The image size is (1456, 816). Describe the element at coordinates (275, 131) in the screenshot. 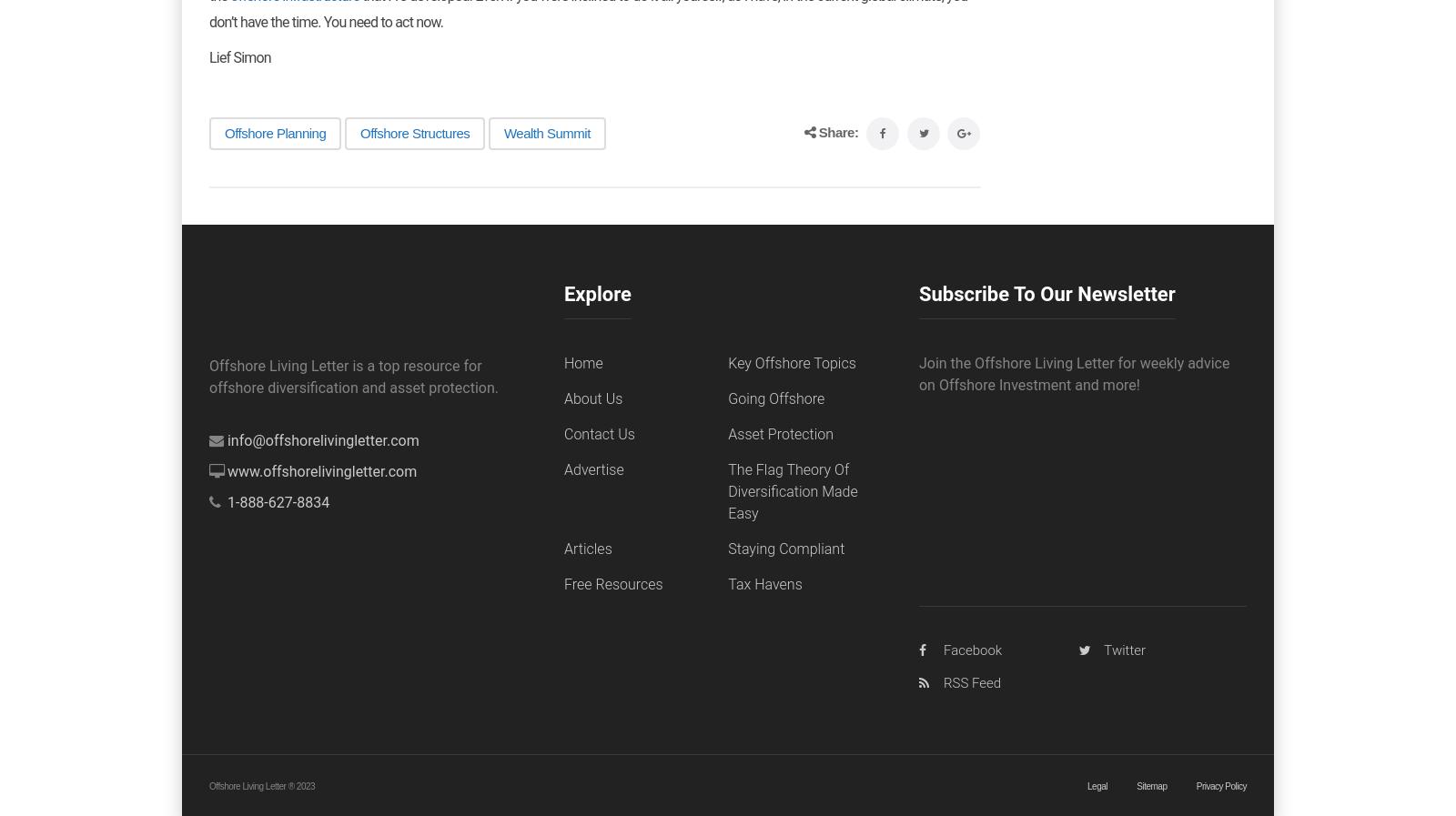

I see `'Offshore Planning'` at that location.